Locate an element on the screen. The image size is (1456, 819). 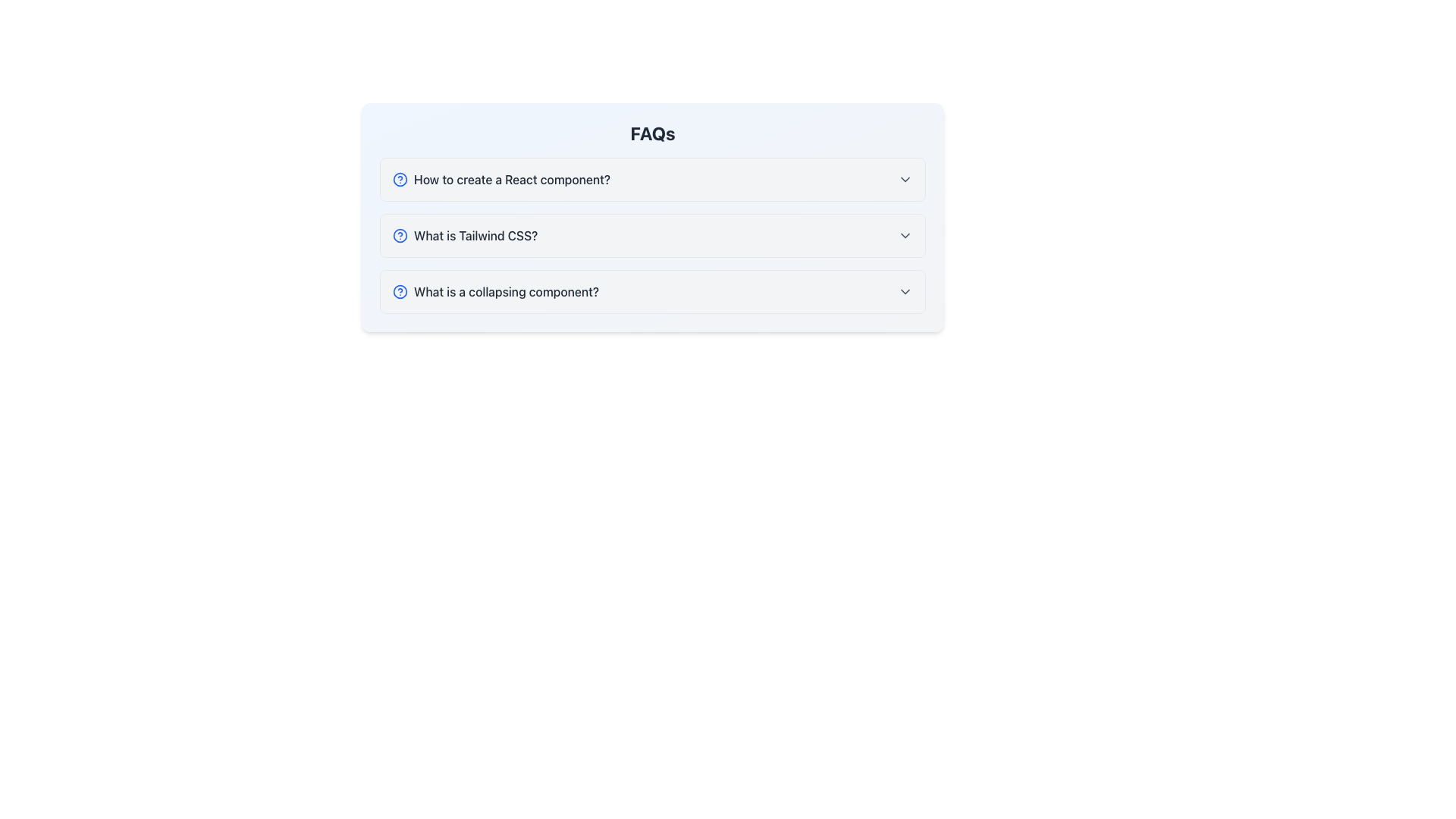
the blue circular SVG element that is part of the icon next to the header 'How to create a React component?' is located at coordinates (400, 178).